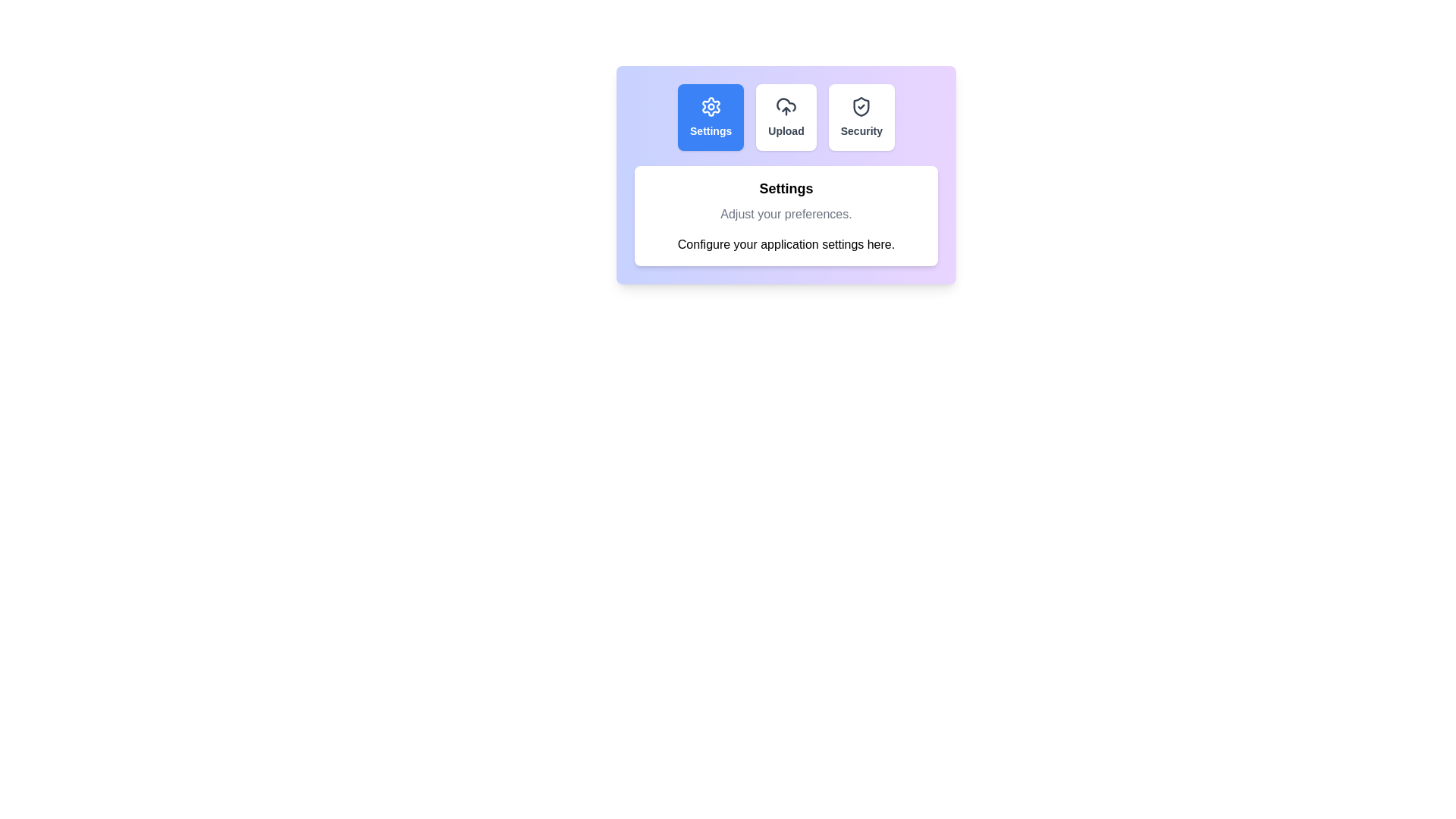  Describe the element at coordinates (710, 116) in the screenshot. I see `the Settings tab by clicking on it` at that location.